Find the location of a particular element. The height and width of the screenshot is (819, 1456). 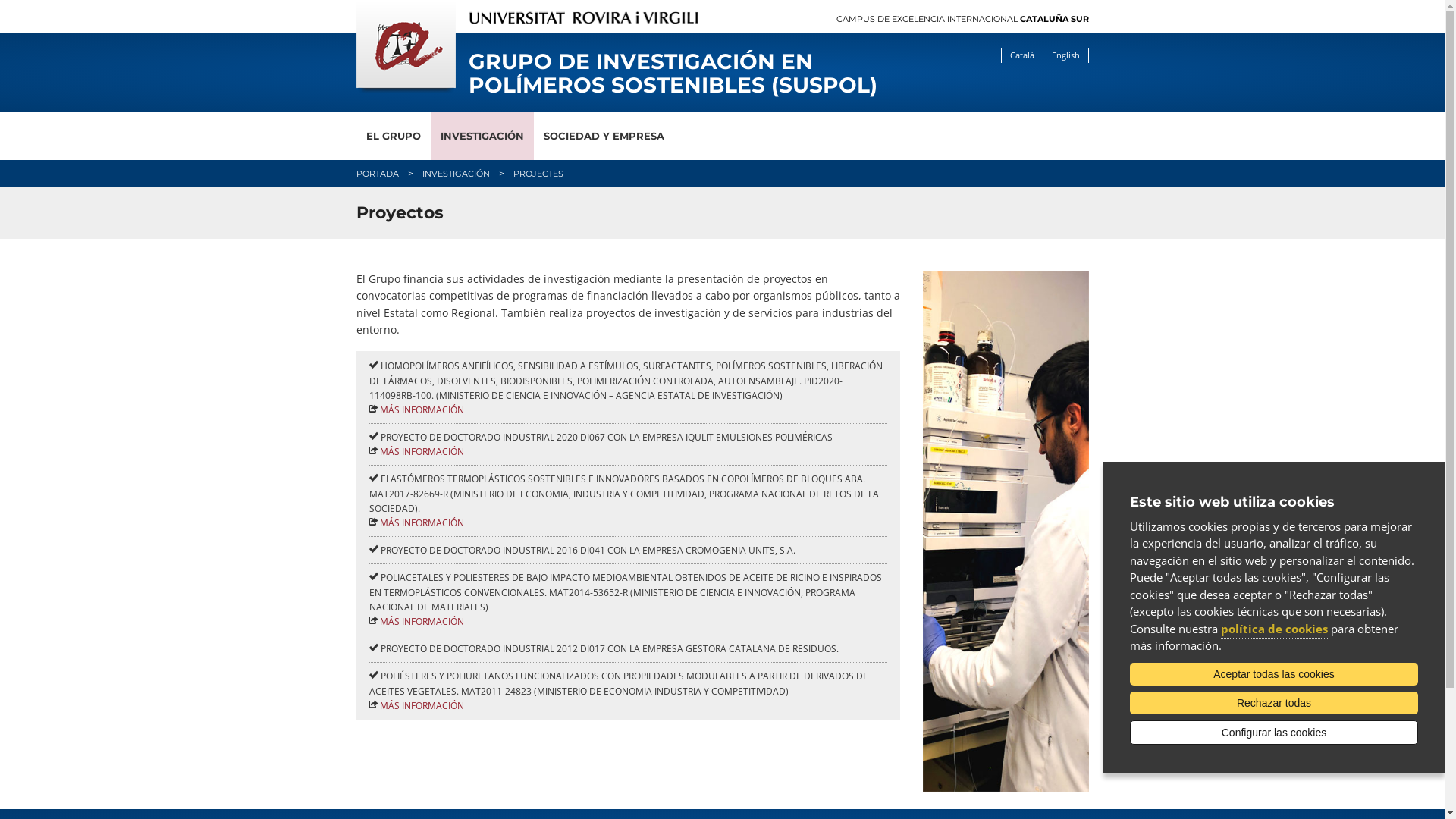

'PORTADA' is located at coordinates (378, 172).